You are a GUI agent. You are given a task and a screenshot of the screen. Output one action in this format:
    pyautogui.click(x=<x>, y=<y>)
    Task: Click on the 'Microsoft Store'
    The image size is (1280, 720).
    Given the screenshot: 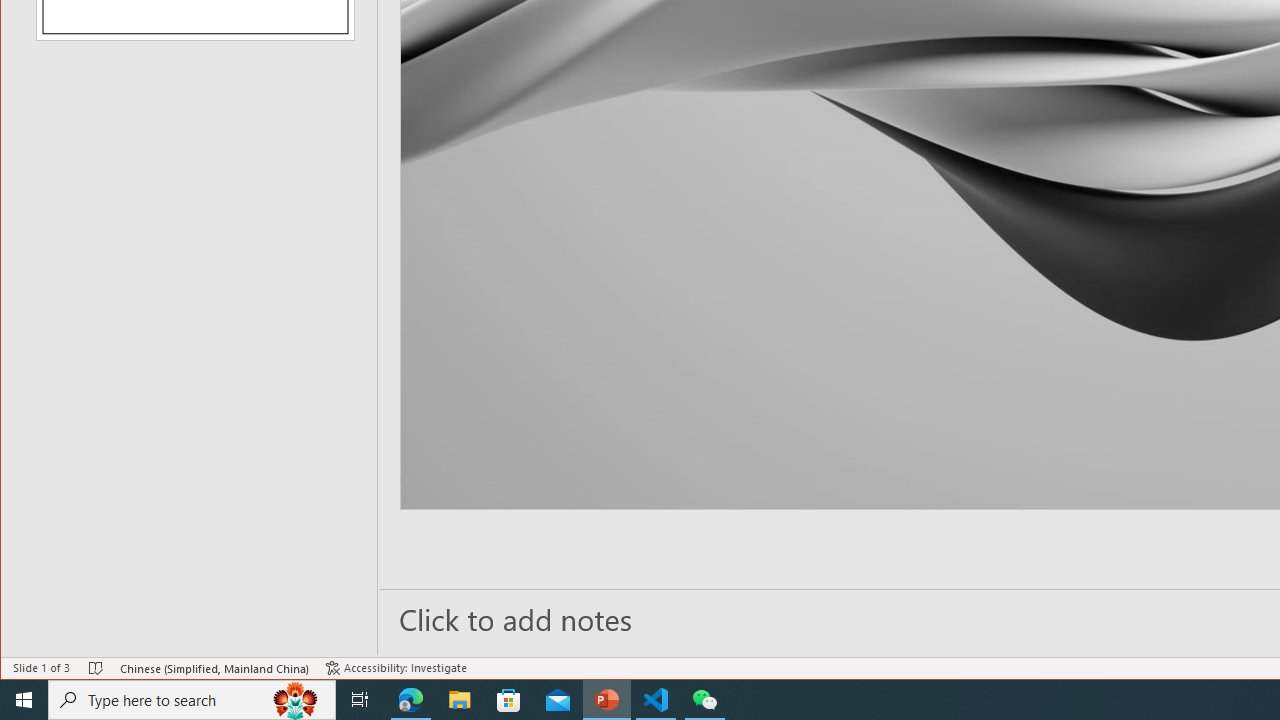 What is the action you would take?
    pyautogui.click(x=509, y=698)
    